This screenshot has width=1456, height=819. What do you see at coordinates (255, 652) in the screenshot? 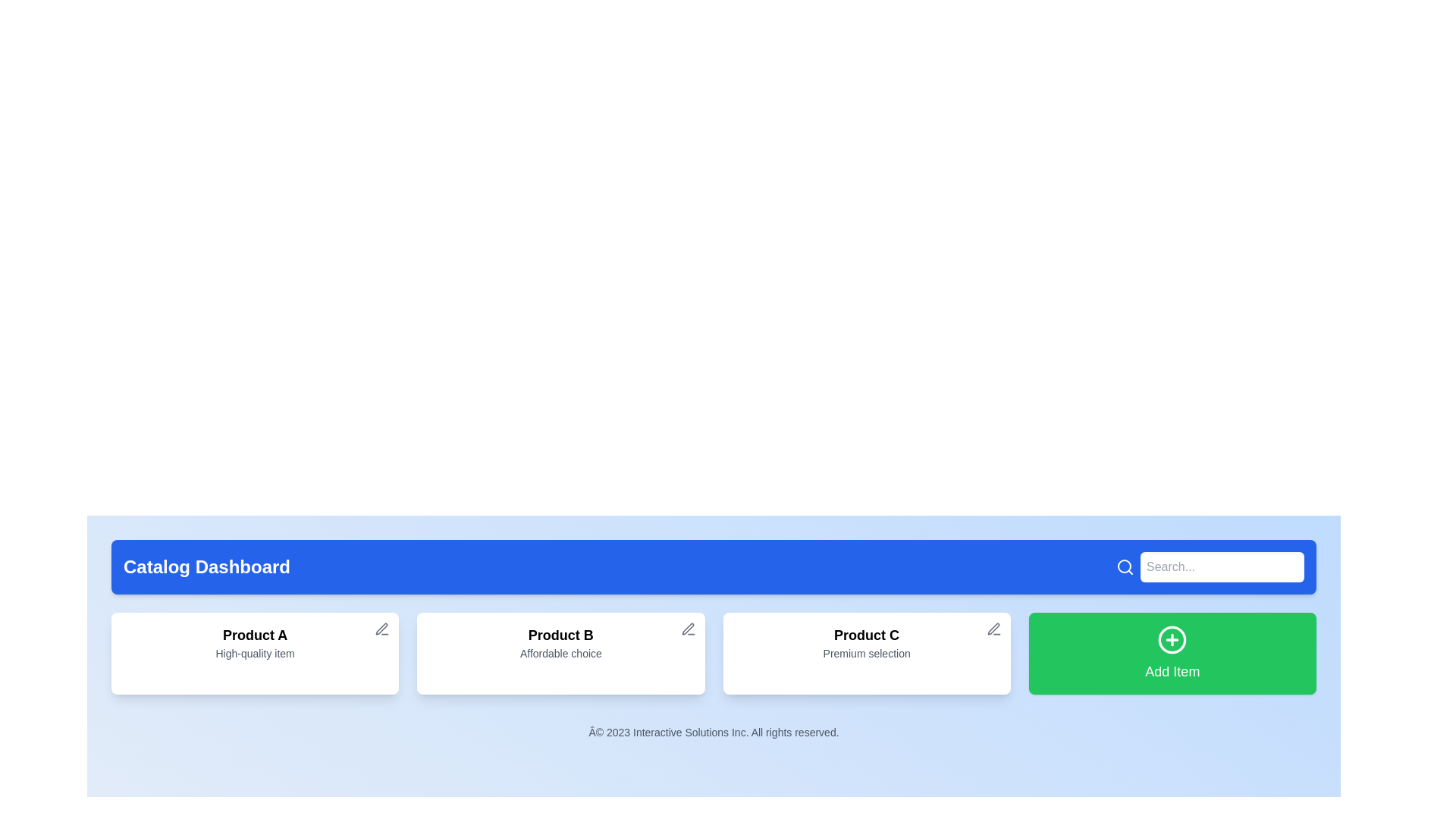
I see `the descriptive label providing additional information about 'Product A', located below its title` at bounding box center [255, 652].